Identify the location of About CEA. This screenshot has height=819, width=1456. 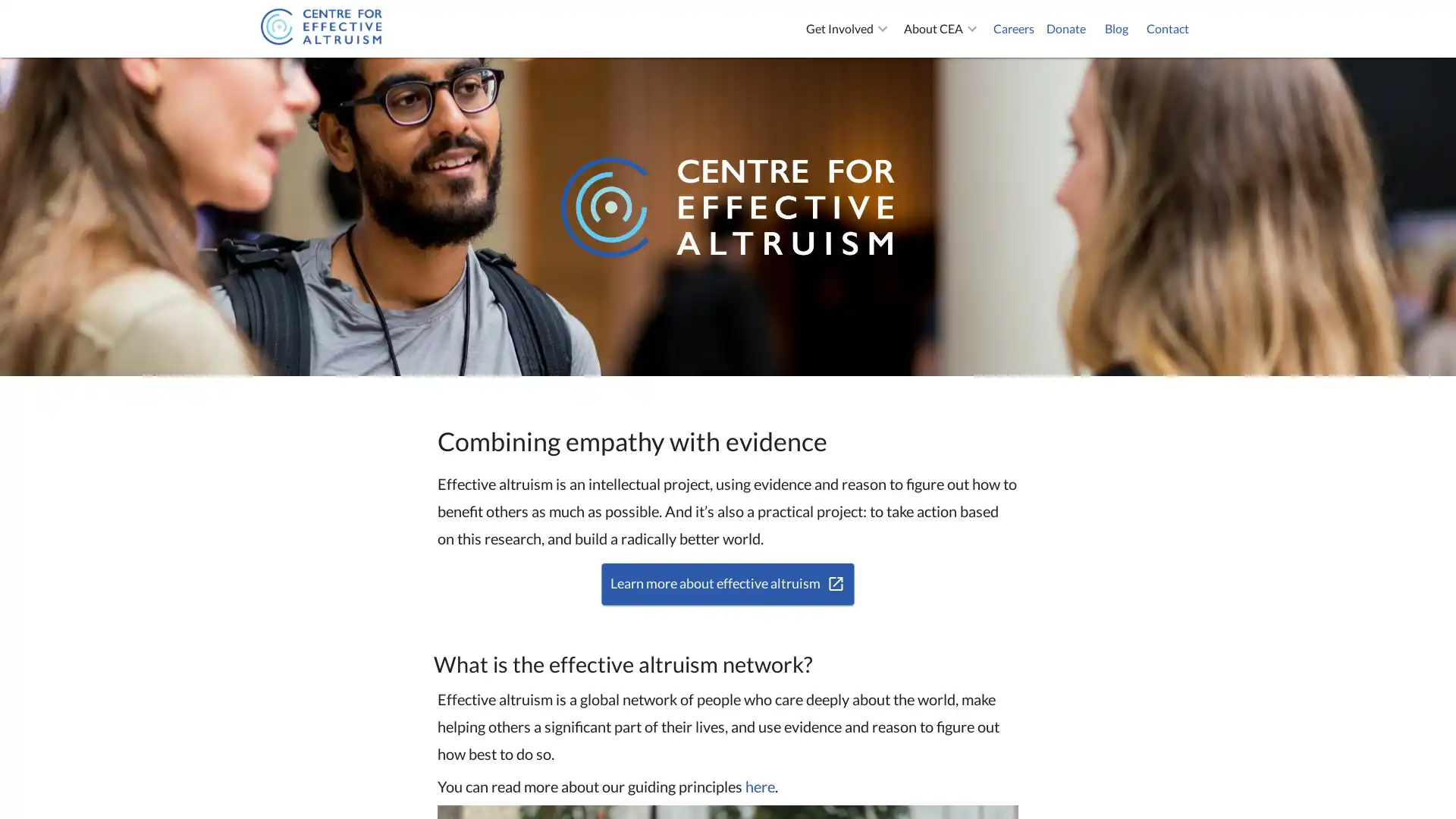
(942, 29).